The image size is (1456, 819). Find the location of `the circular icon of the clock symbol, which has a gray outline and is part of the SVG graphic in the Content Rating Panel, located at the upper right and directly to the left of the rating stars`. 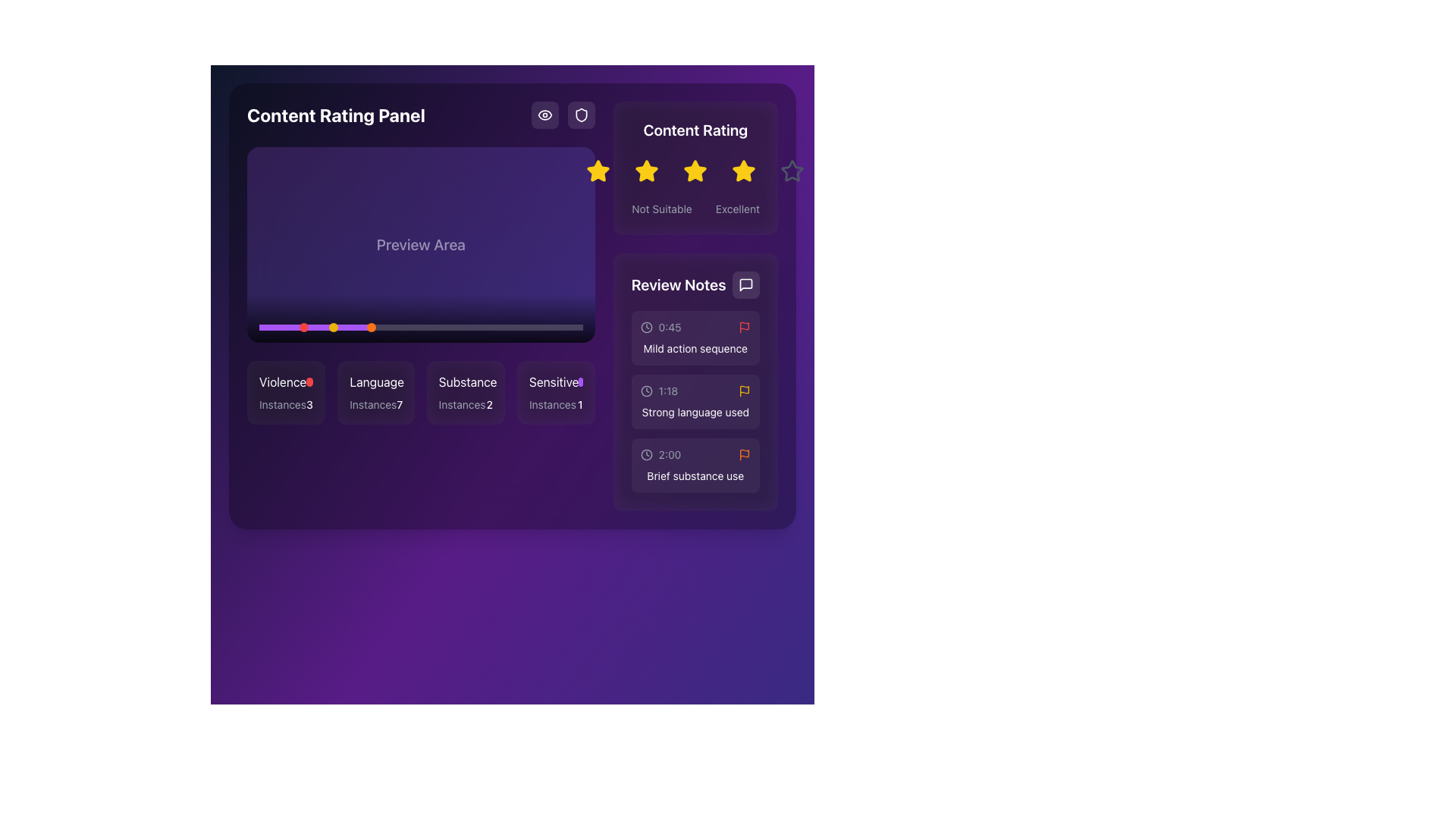

the circular icon of the clock symbol, which has a gray outline and is part of the SVG graphic in the Content Rating Panel, located at the upper right and directly to the left of the rating stars is located at coordinates (646, 391).